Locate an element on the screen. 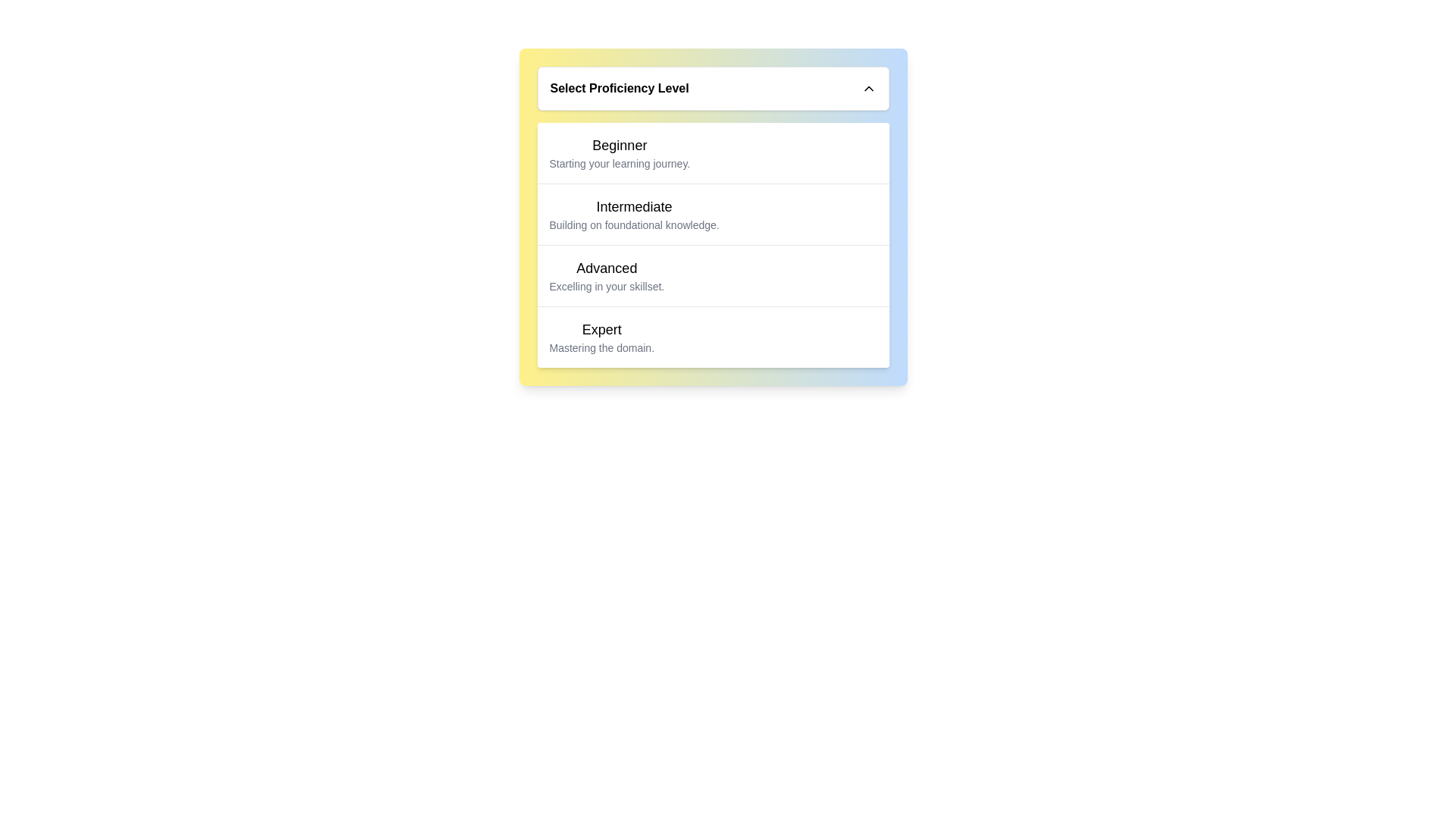 The width and height of the screenshot is (1456, 819). the selectable list item titled 'Intermediate' in the dropdown menu 'Select Proficiency Level' is located at coordinates (634, 214).